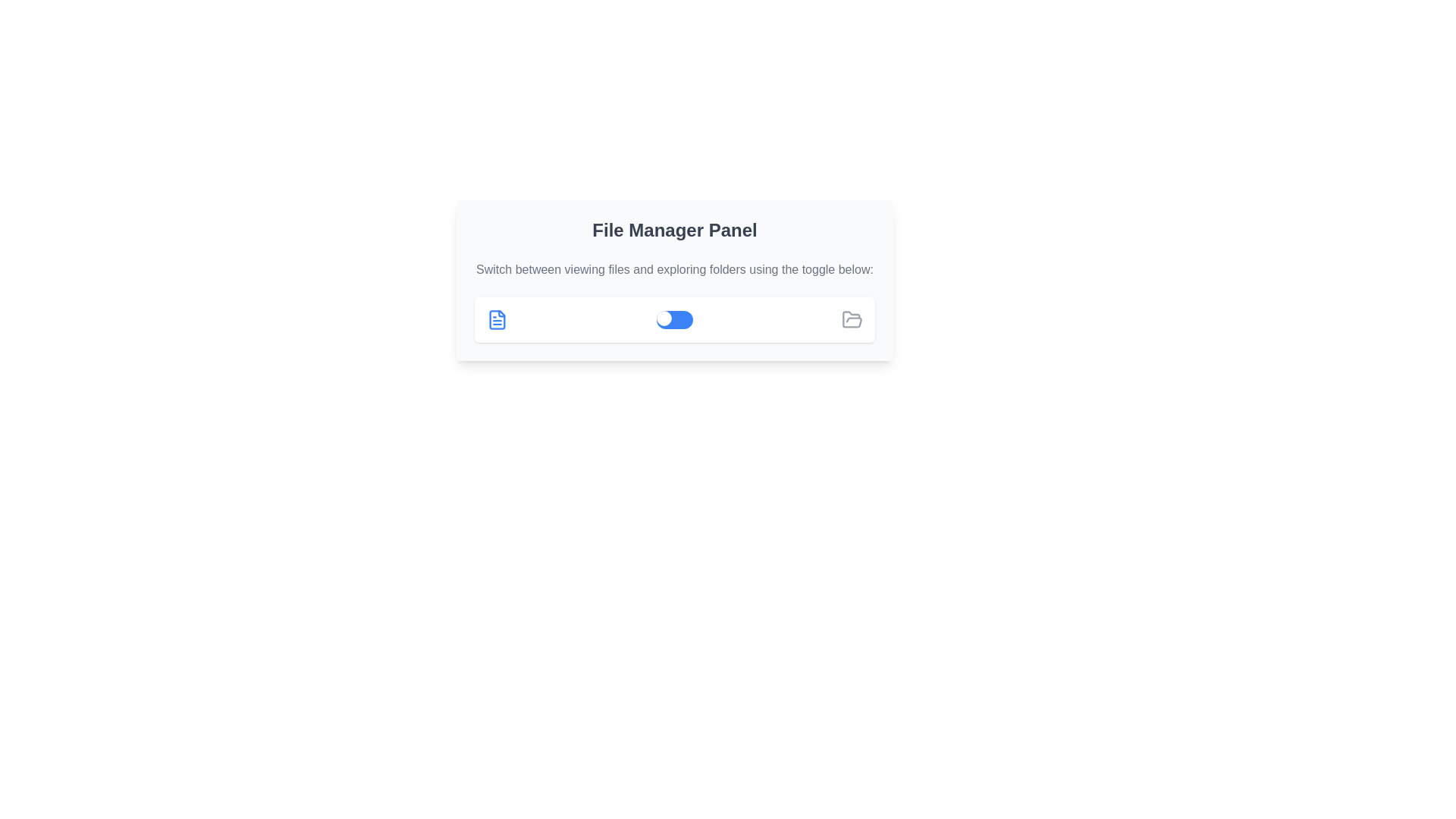  What do you see at coordinates (497, 318) in the screenshot?
I see `the document icon with a blue outline` at bounding box center [497, 318].